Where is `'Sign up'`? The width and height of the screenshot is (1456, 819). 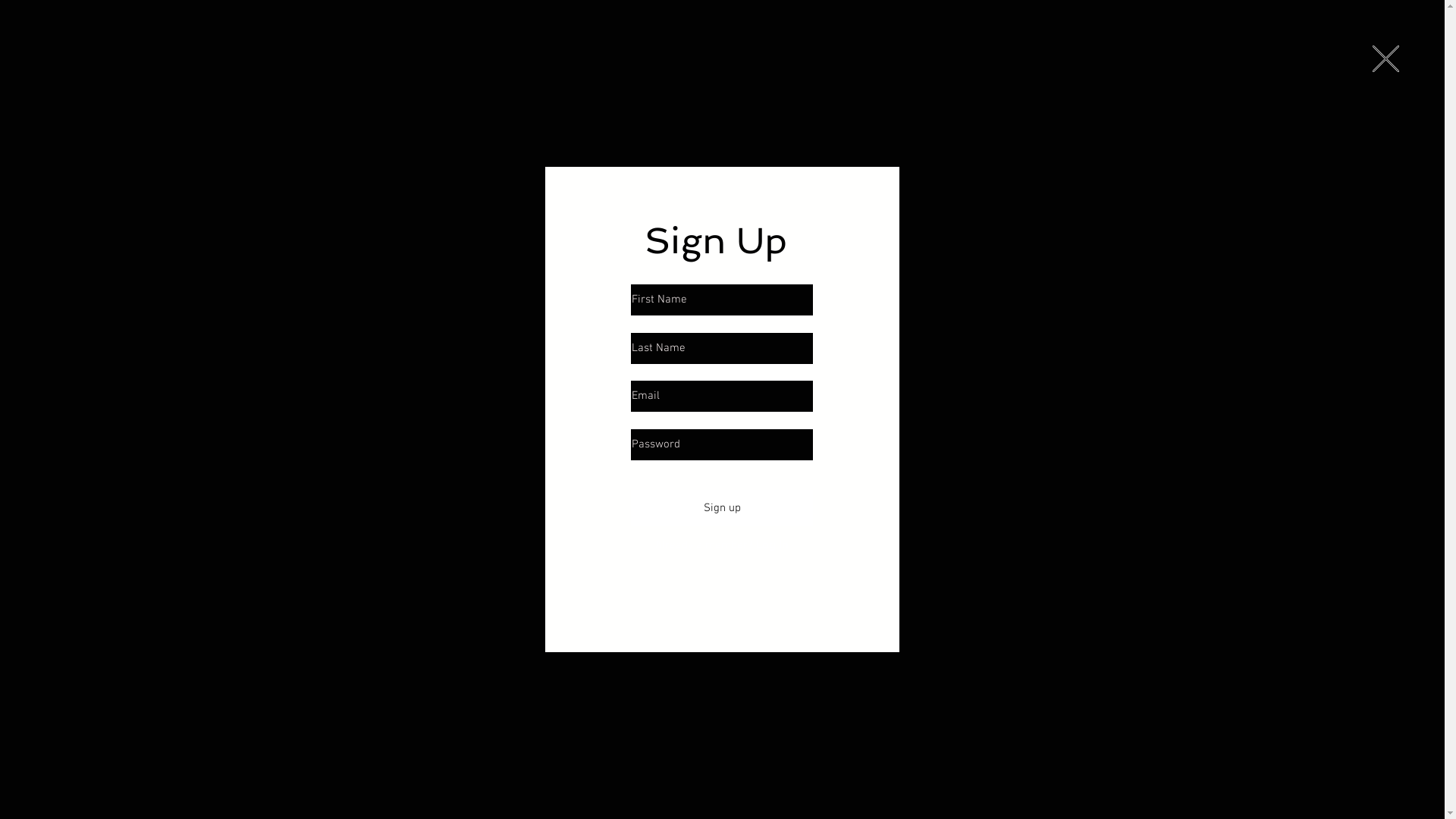
'Sign up' is located at coordinates (720, 508).